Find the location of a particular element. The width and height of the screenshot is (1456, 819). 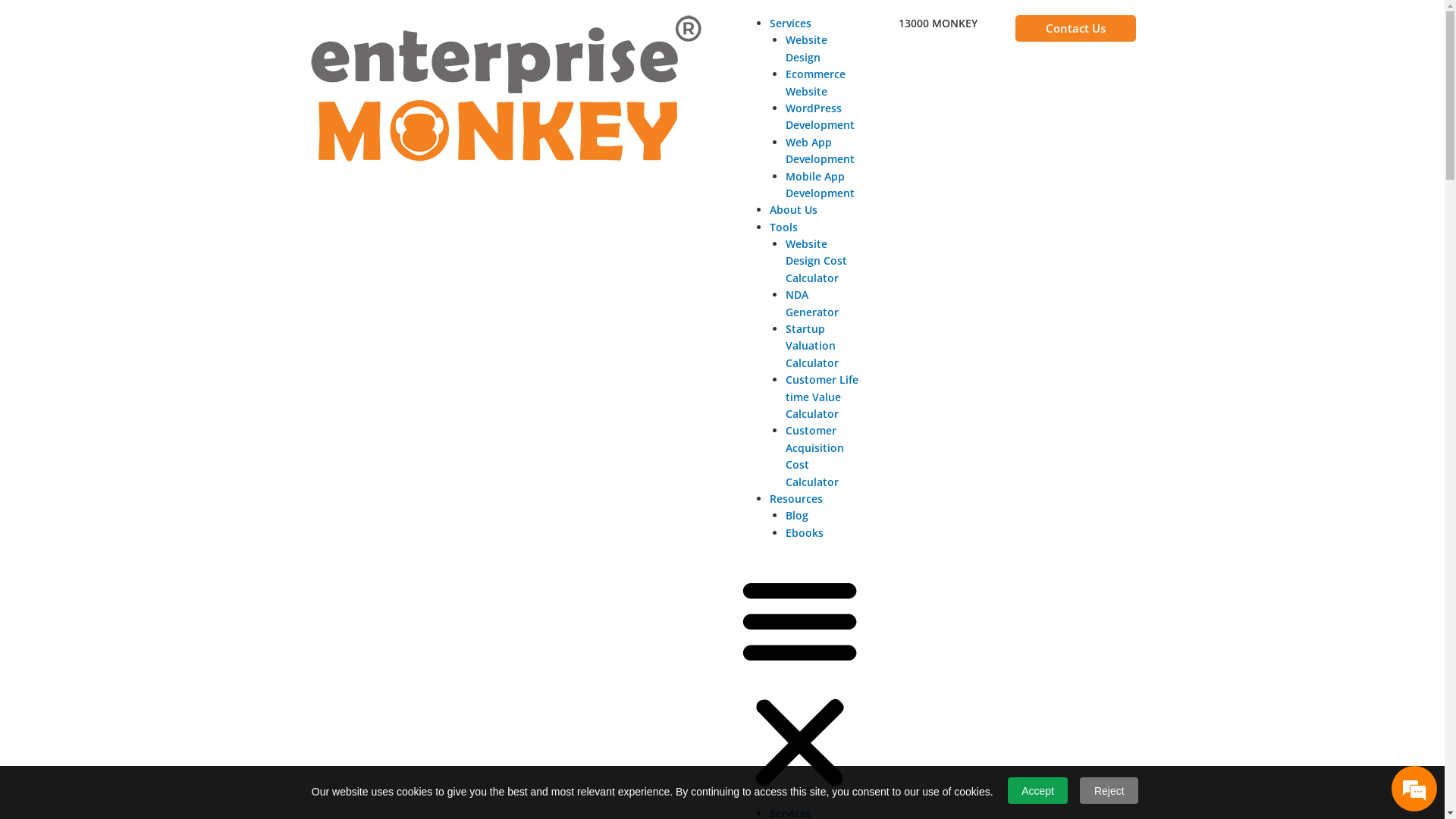

'Web App Development' is located at coordinates (786, 150).